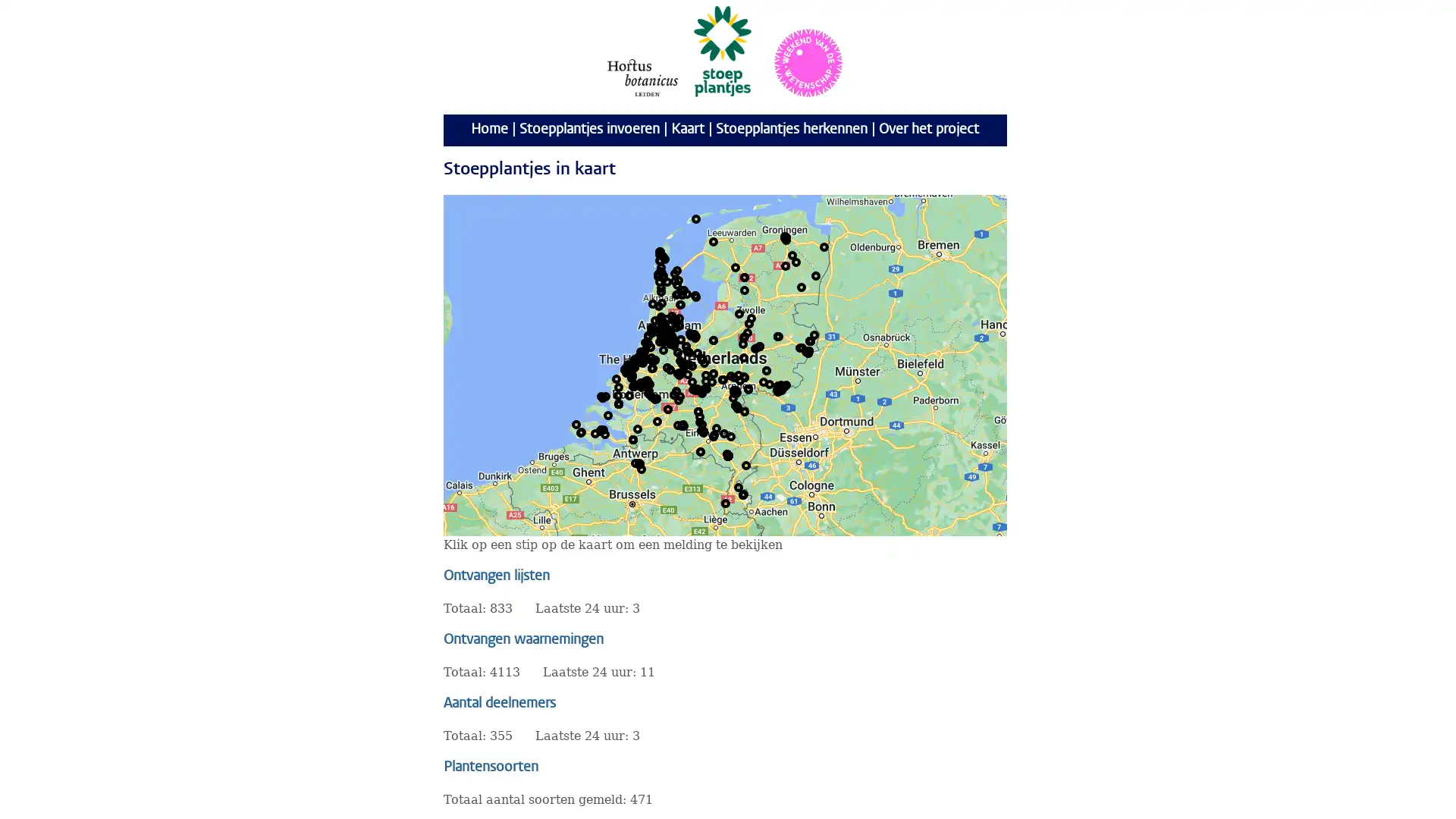  Describe the element at coordinates (810, 339) in the screenshot. I see `Telling van op 04 oktober 2021` at that location.